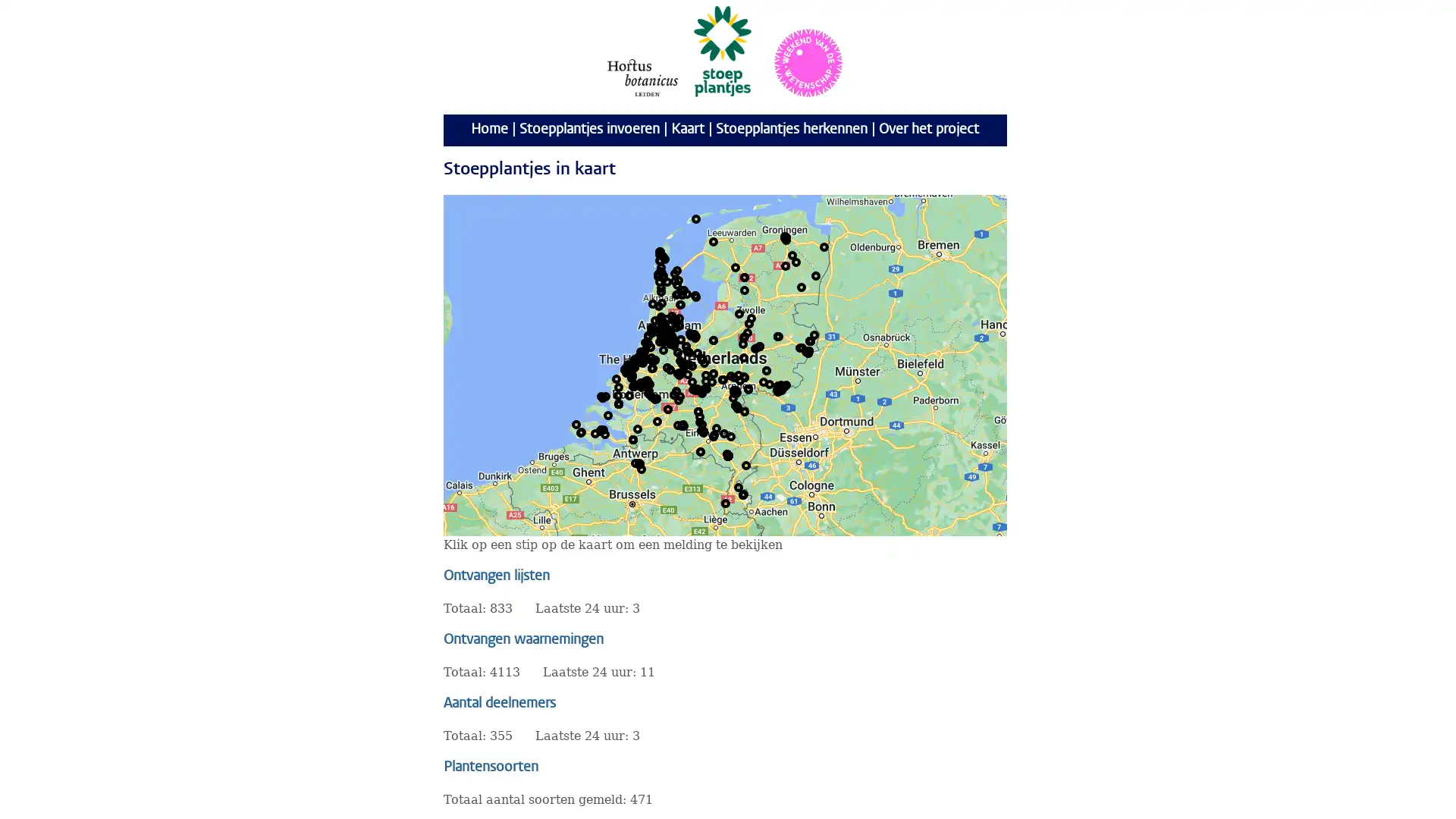  Describe the element at coordinates (810, 339) in the screenshot. I see `Telling van op 04 oktober 2021` at that location.